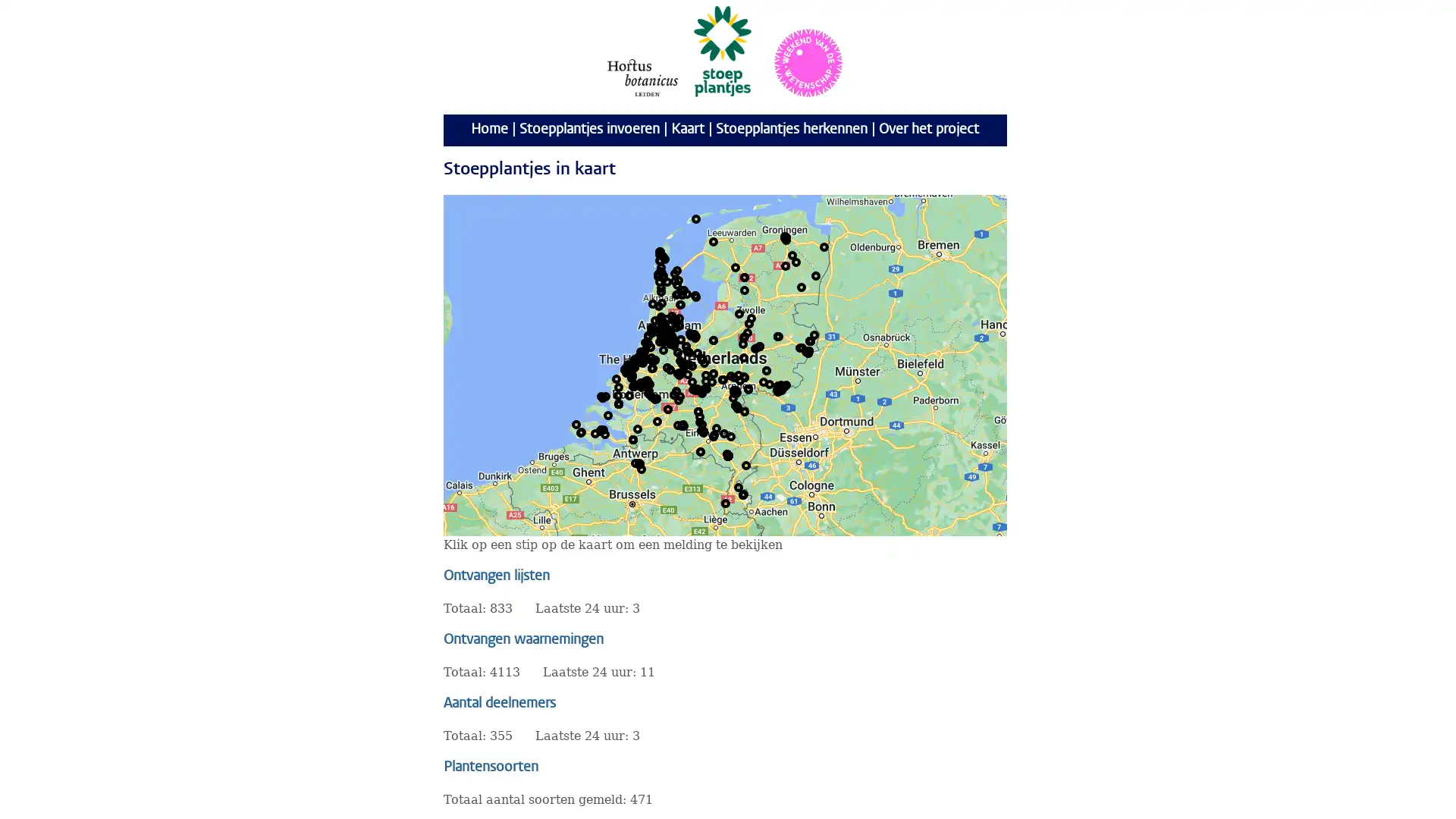  Describe the element at coordinates (810, 339) in the screenshot. I see `Telling van op 04 oktober 2021` at that location.